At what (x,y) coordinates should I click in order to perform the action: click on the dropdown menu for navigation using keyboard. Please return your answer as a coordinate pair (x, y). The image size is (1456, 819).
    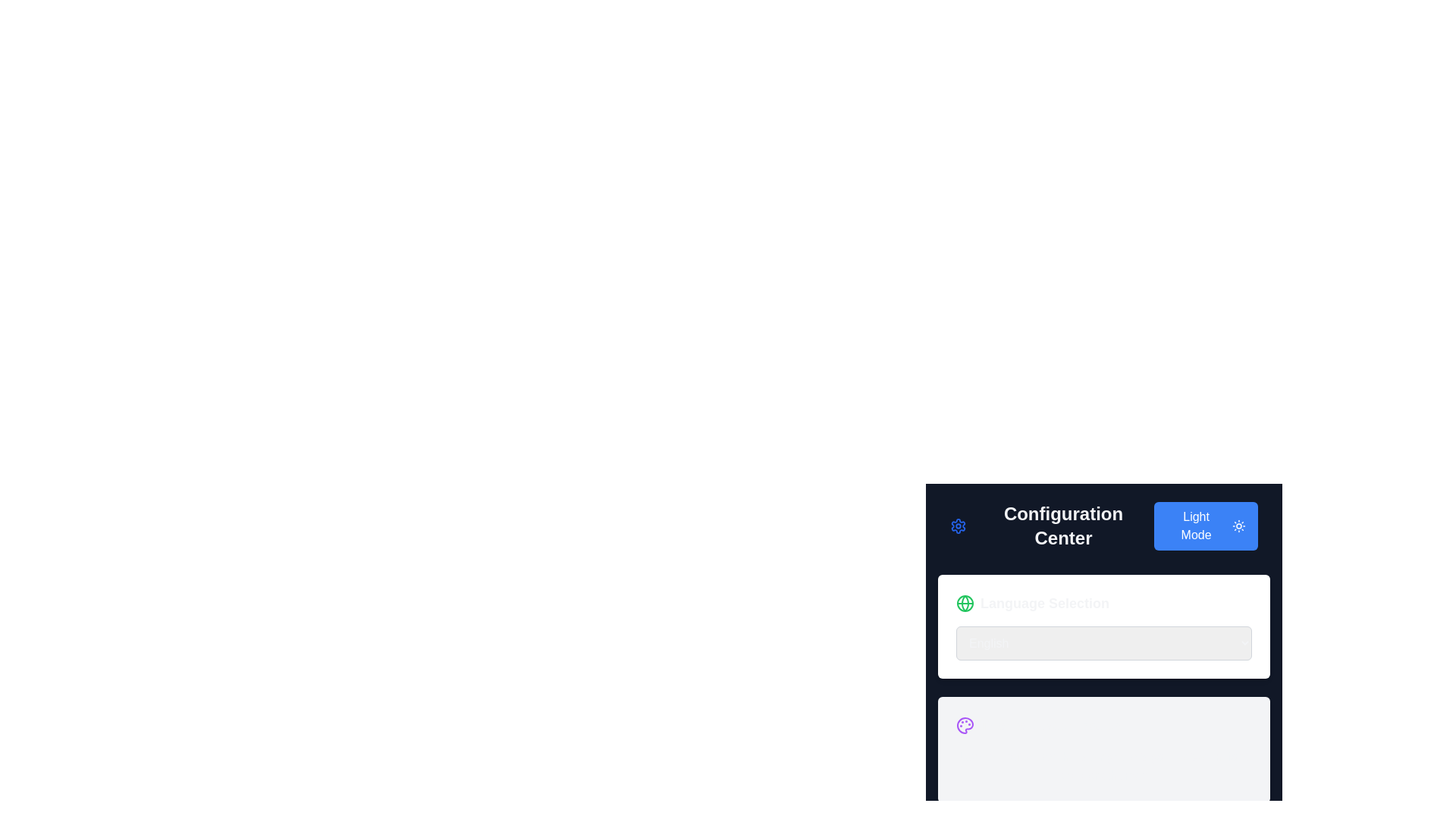
    Looking at the image, I should click on (1103, 626).